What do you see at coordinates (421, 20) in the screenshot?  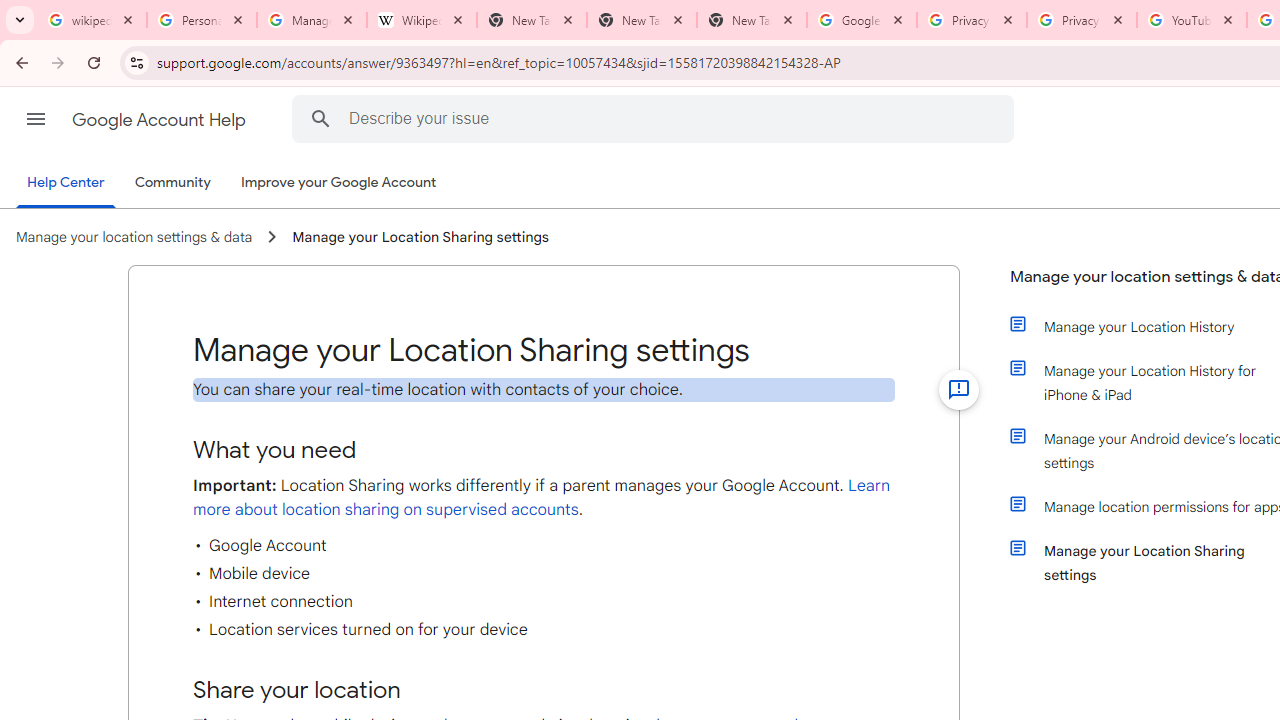 I see `'Wikipedia:Edit requests - Wikipedia'` at bounding box center [421, 20].